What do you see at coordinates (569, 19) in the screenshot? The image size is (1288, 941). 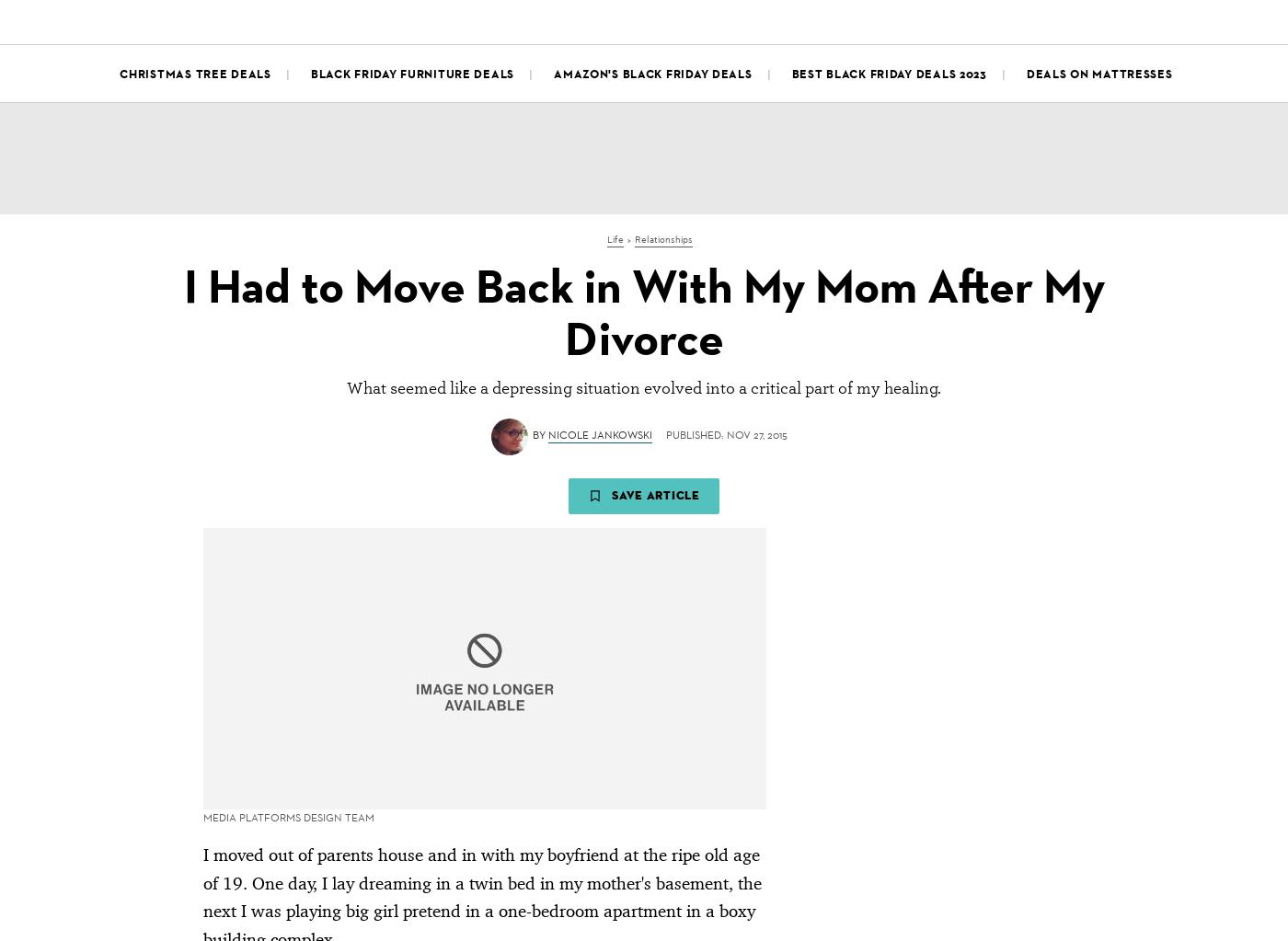 I see `'Food'` at bounding box center [569, 19].